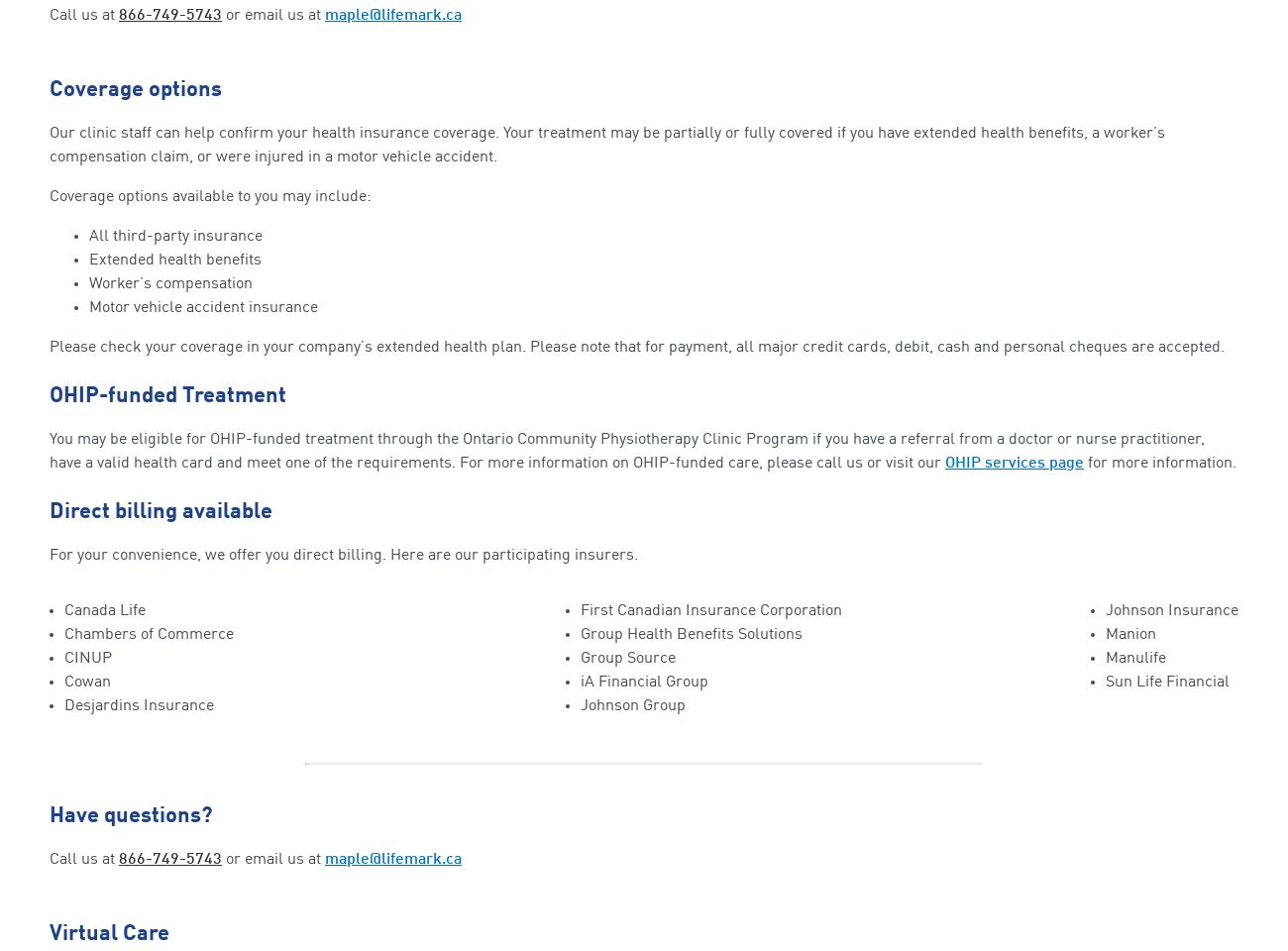  What do you see at coordinates (148, 633) in the screenshot?
I see `'Chambers of Commerce'` at bounding box center [148, 633].